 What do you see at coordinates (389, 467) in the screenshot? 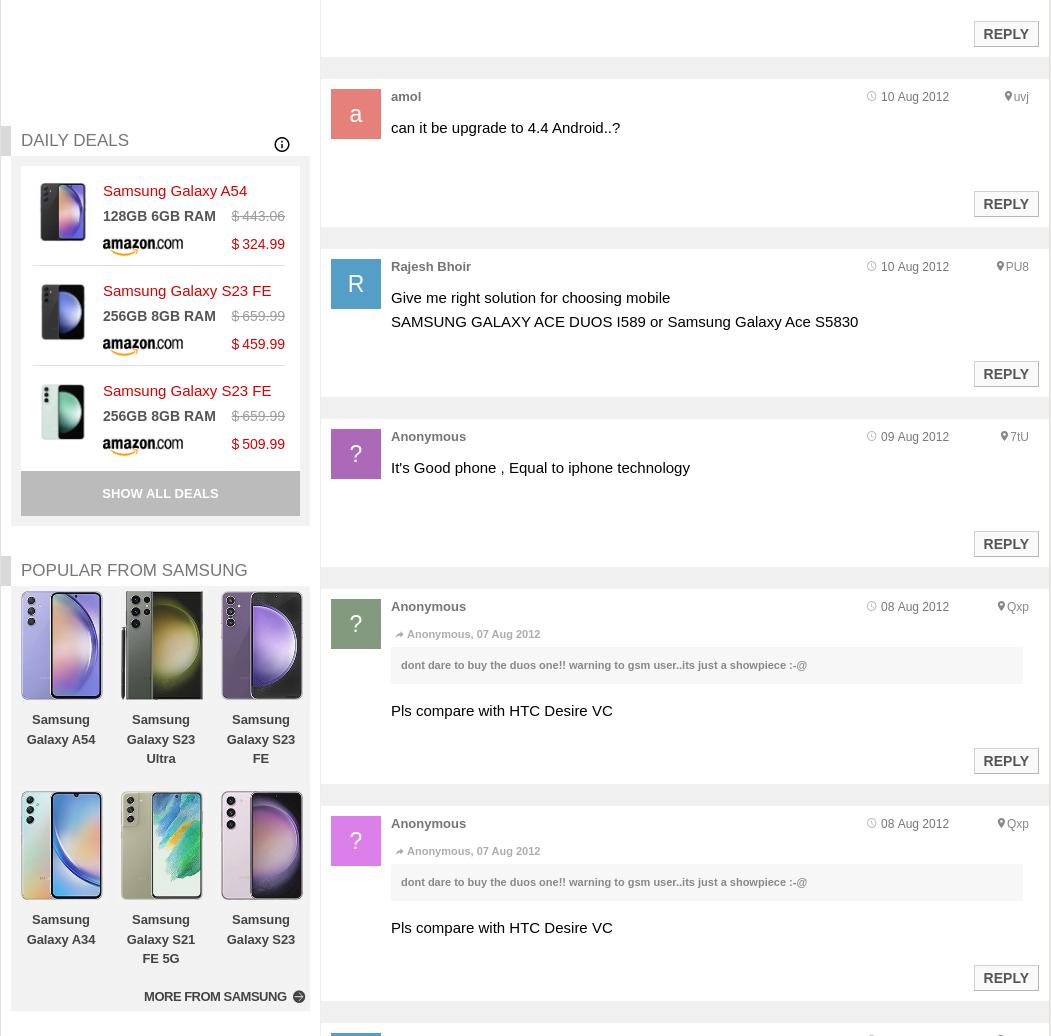
I see `'It's Good phone , Equal to iphone technology'` at bounding box center [389, 467].